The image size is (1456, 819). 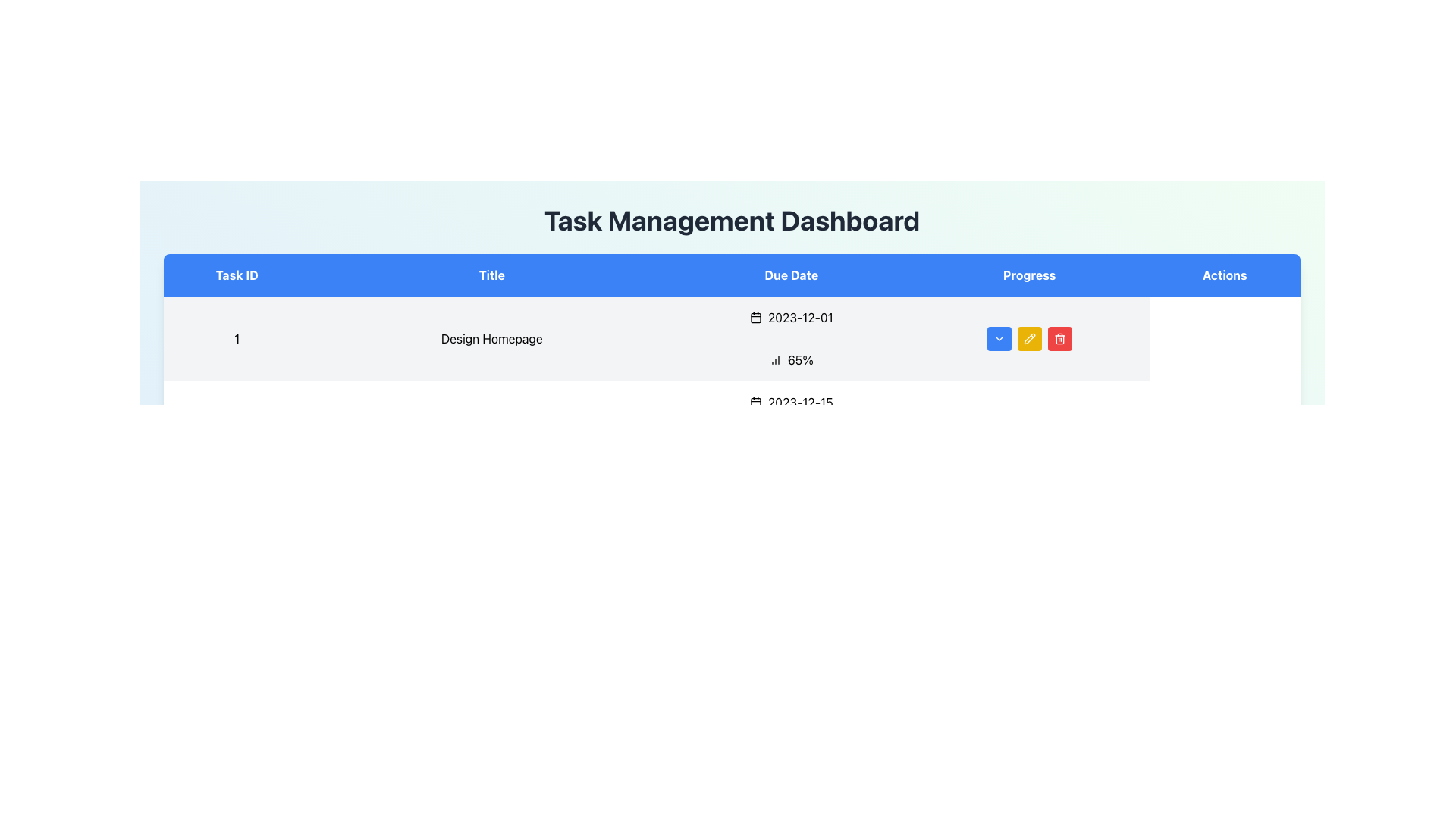 What do you see at coordinates (1059, 338) in the screenshot?
I see `the trash can icon button with a red background in the Actions column of the first row in the task management table` at bounding box center [1059, 338].